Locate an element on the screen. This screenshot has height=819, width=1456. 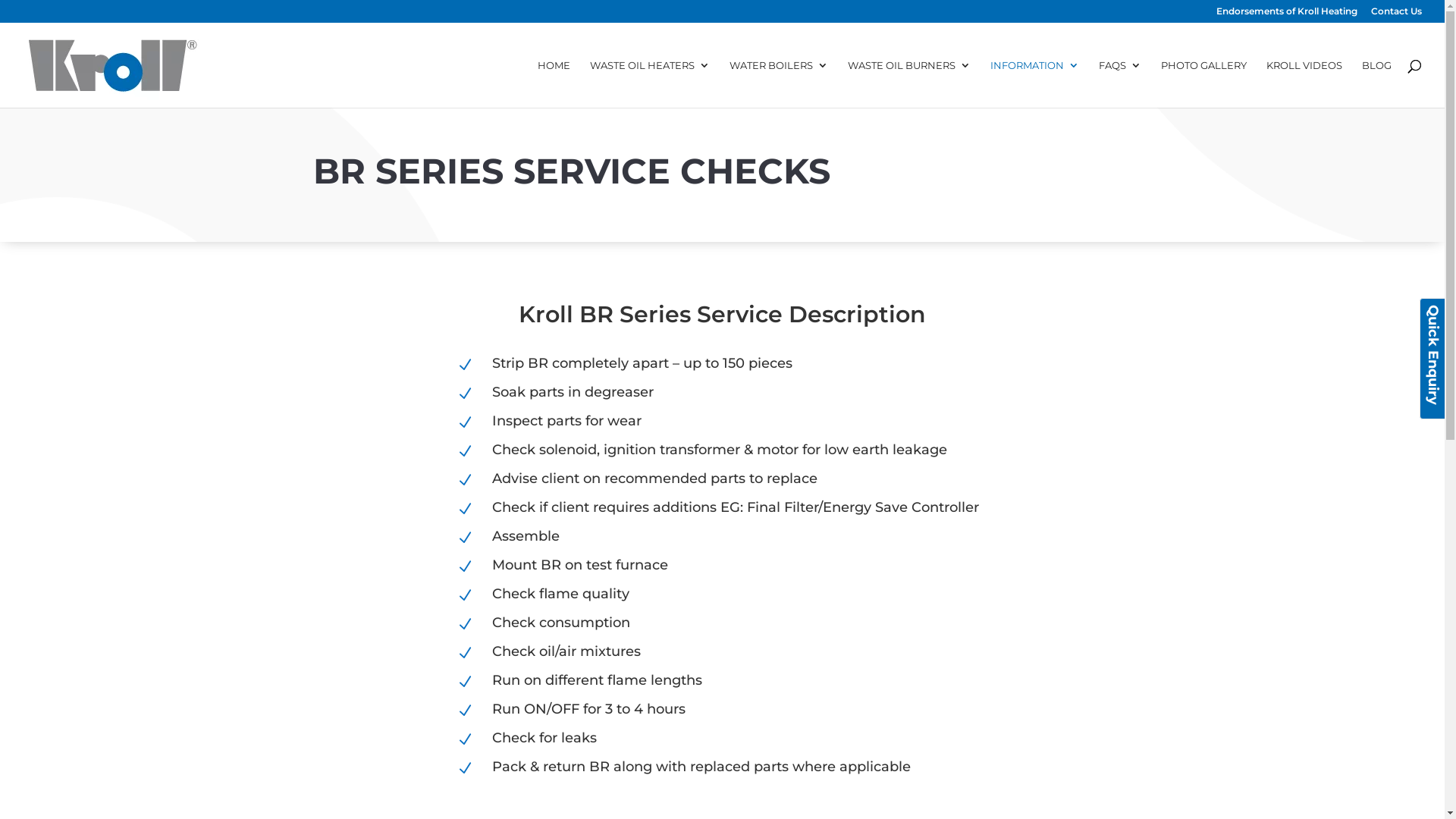
'WASTE OIL HEATERS' is located at coordinates (650, 83).